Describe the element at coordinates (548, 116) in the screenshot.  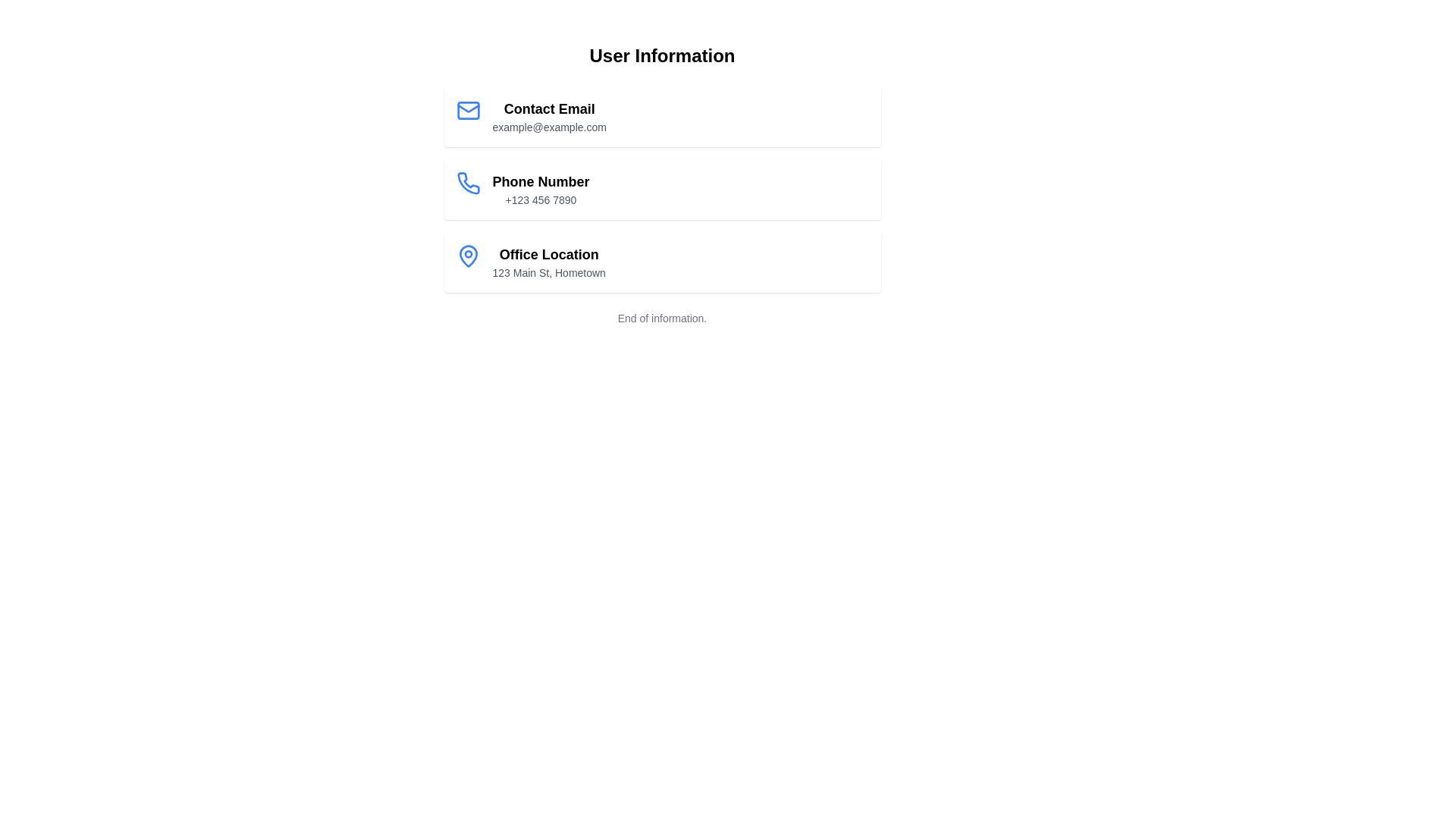
I see `the text display block that contains the heading 'Contact Email' and the email address 'example@example.com', which is the first item in a vertical list within a card layout` at that location.